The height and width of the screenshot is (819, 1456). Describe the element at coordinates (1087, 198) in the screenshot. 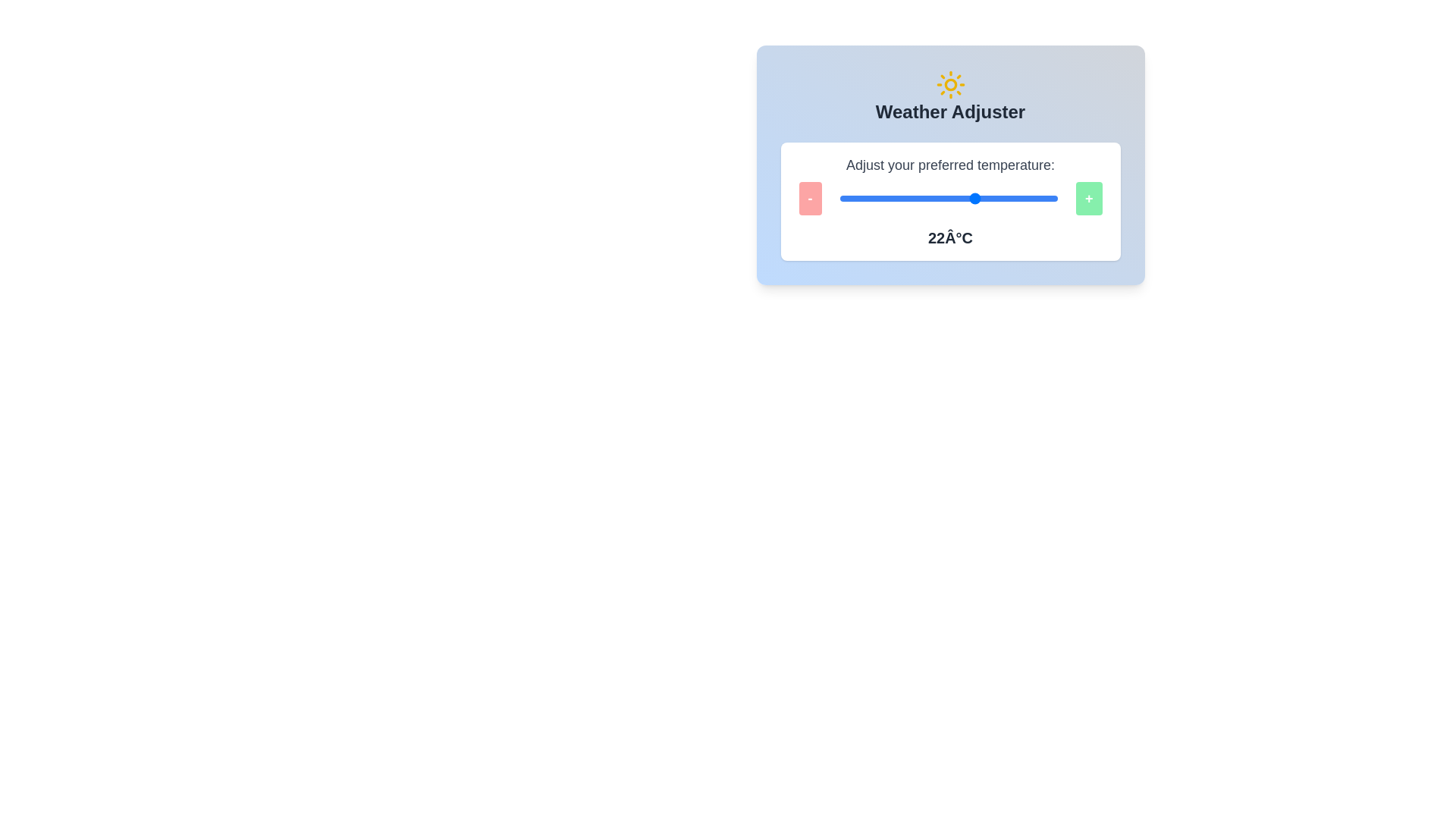

I see `increment button to raise the temperature` at that location.